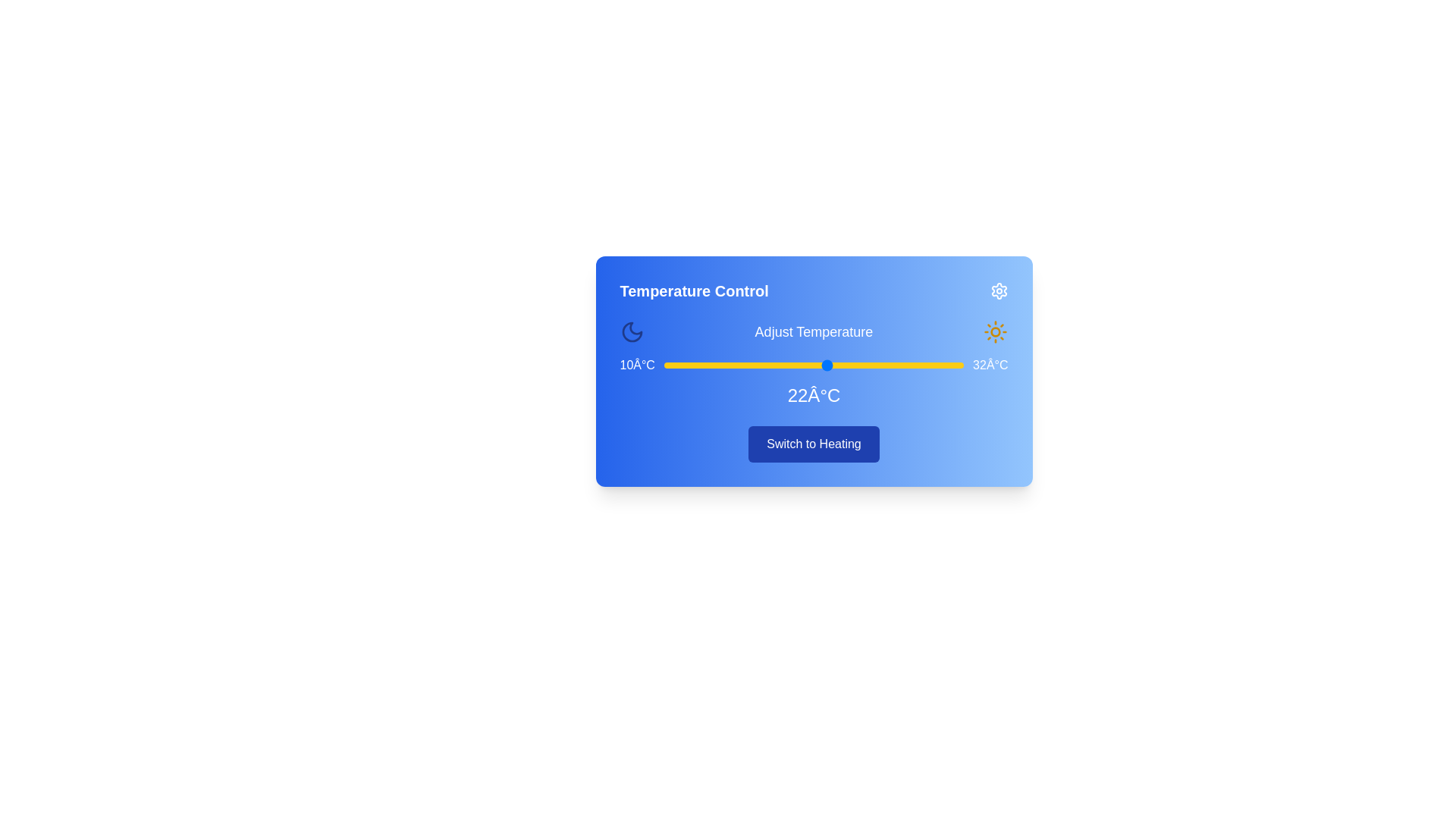 This screenshot has width=1456, height=819. Describe the element at coordinates (664, 366) in the screenshot. I see `the temperature to 10°C by sliding the temperature slider` at that location.